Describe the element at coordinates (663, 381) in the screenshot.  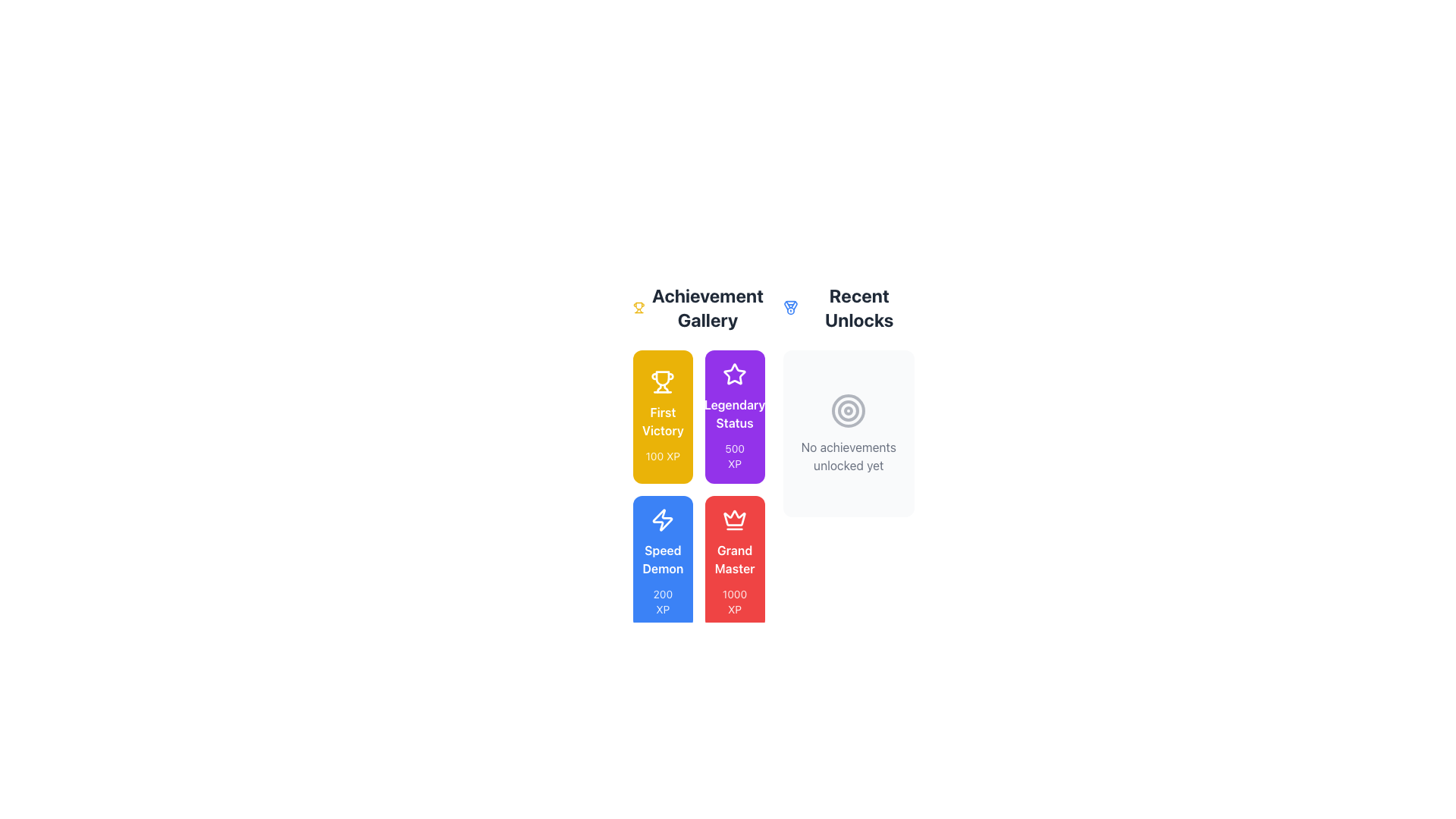
I see `the trophy-shaped icon with a yellow background located at the top of the 'First Victory' card in the 'Achievement Gallery' panel` at that location.